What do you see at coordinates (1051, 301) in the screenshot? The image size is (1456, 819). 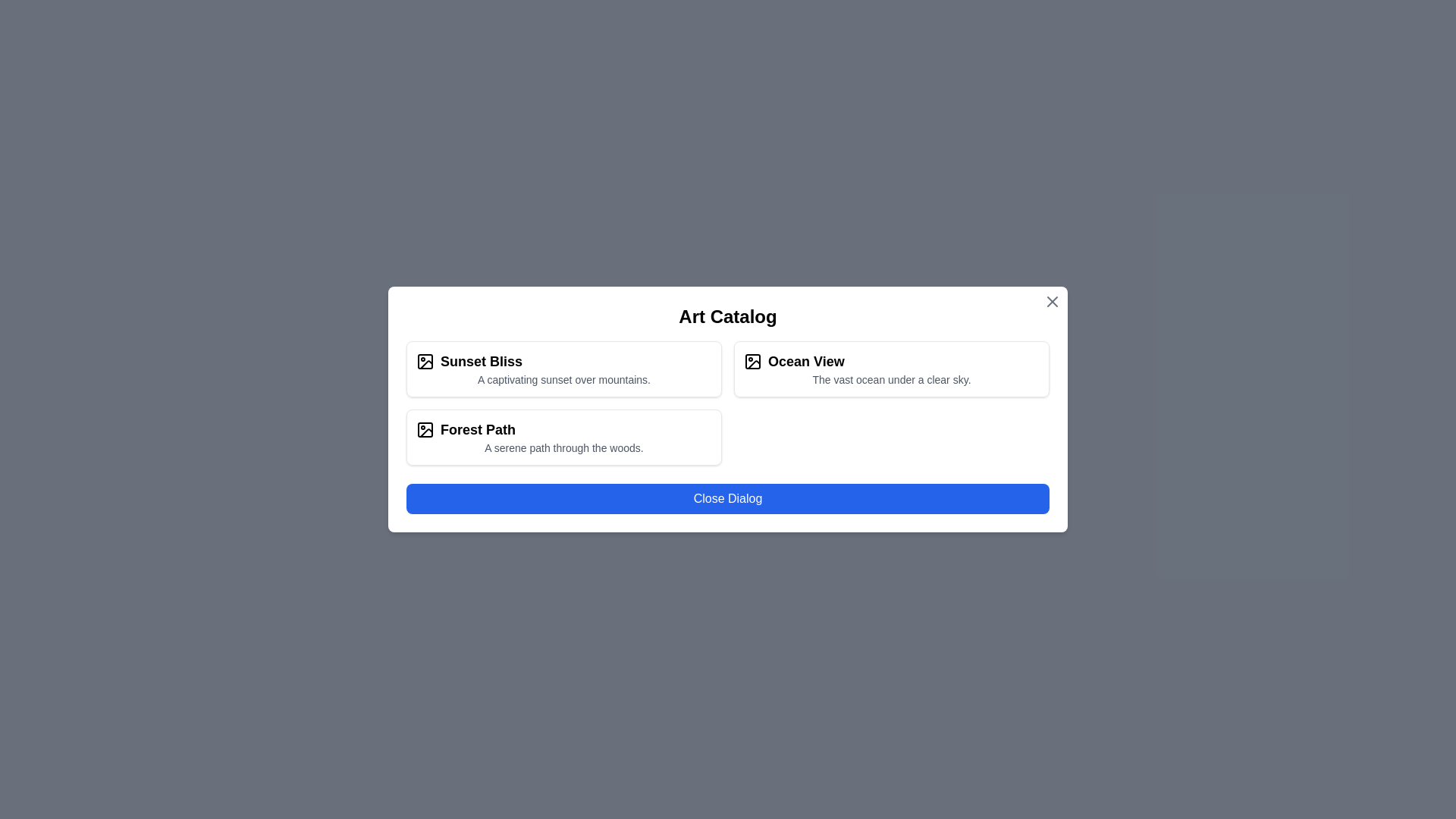 I see `the 'X' button at the top-right corner of the dialog to close it` at bounding box center [1051, 301].